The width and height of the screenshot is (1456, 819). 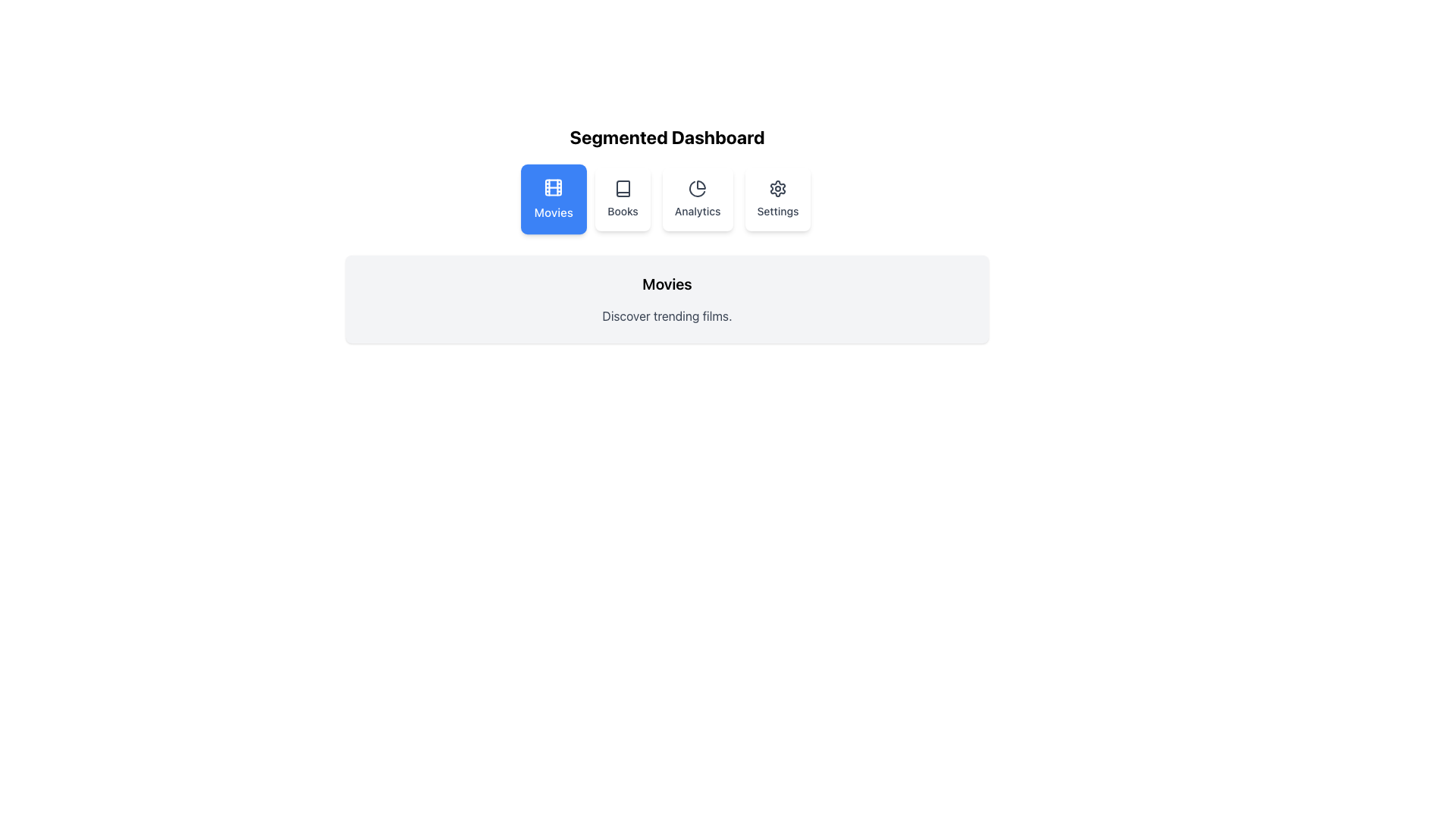 What do you see at coordinates (623, 188) in the screenshot?
I see `the 'Books' button in the horizontal segmented menu bar that contains the icon of an open book, positioned between 'Movies' and 'Analytics'` at bounding box center [623, 188].